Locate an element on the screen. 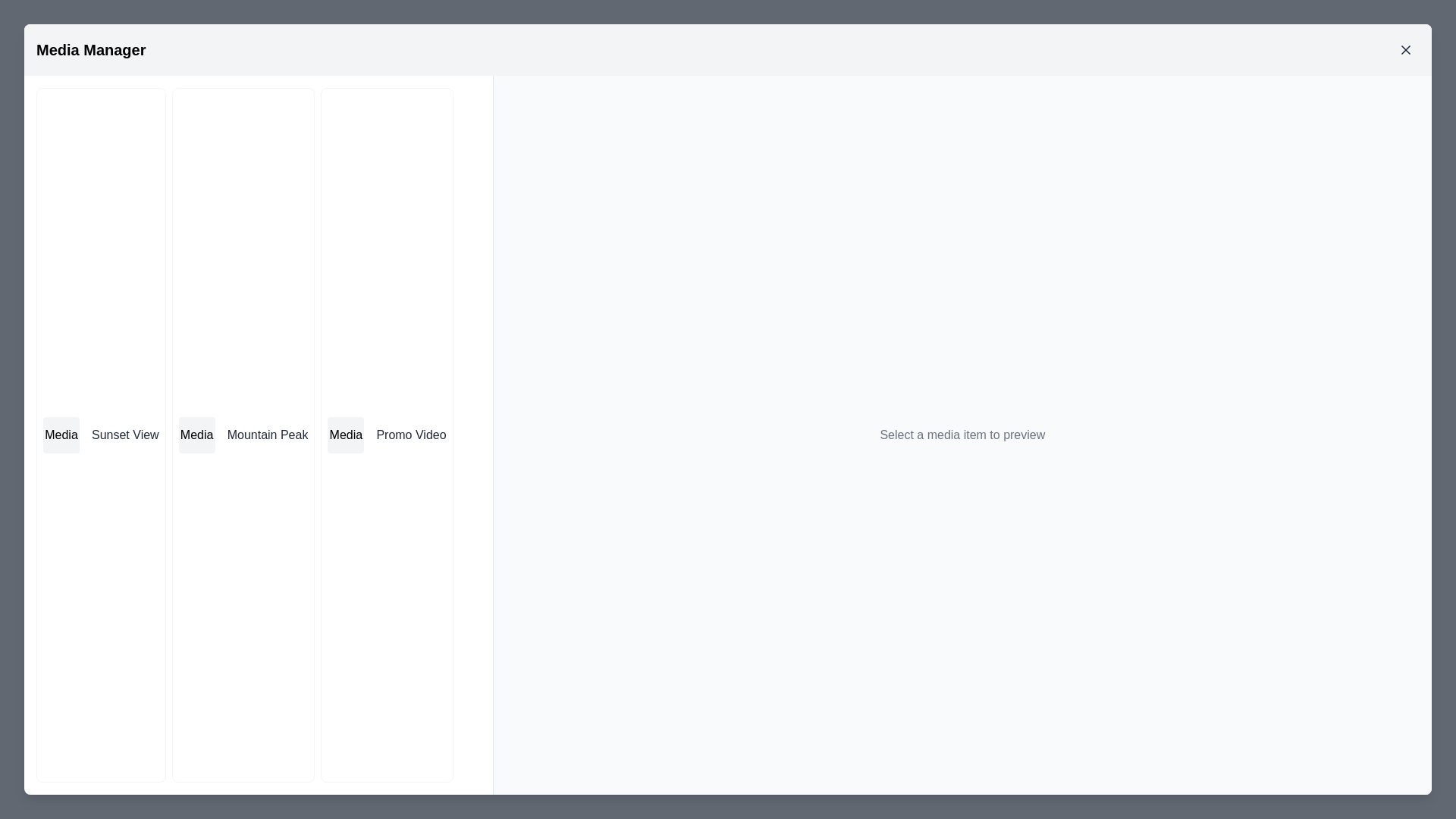 This screenshot has height=819, width=1456. the text label displaying 'Sunset View' is located at coordinates (125, 435).